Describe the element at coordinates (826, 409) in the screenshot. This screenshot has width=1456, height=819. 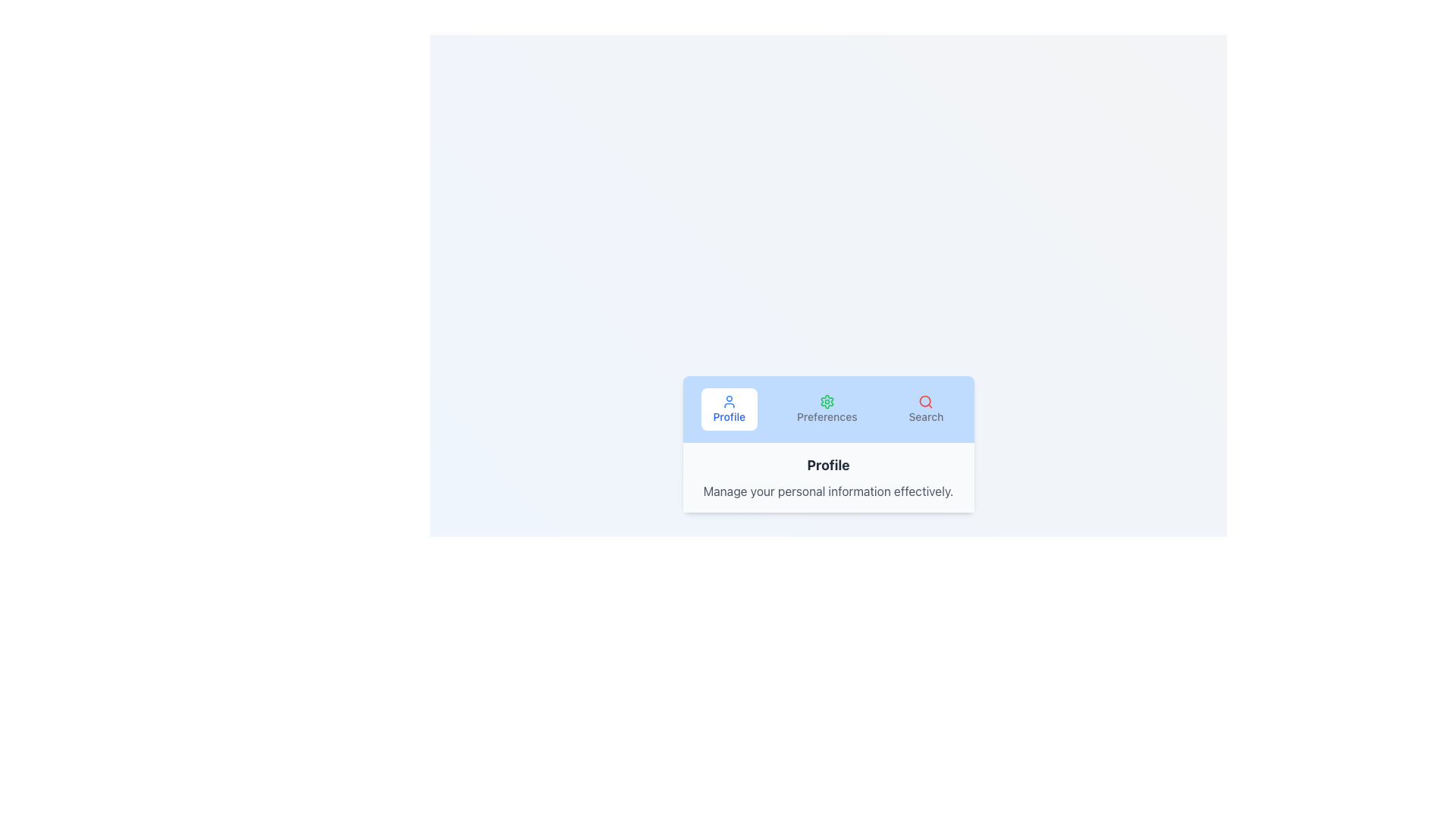
I see `the light-blue 'Preferences' button with a green gear icon` at that location.